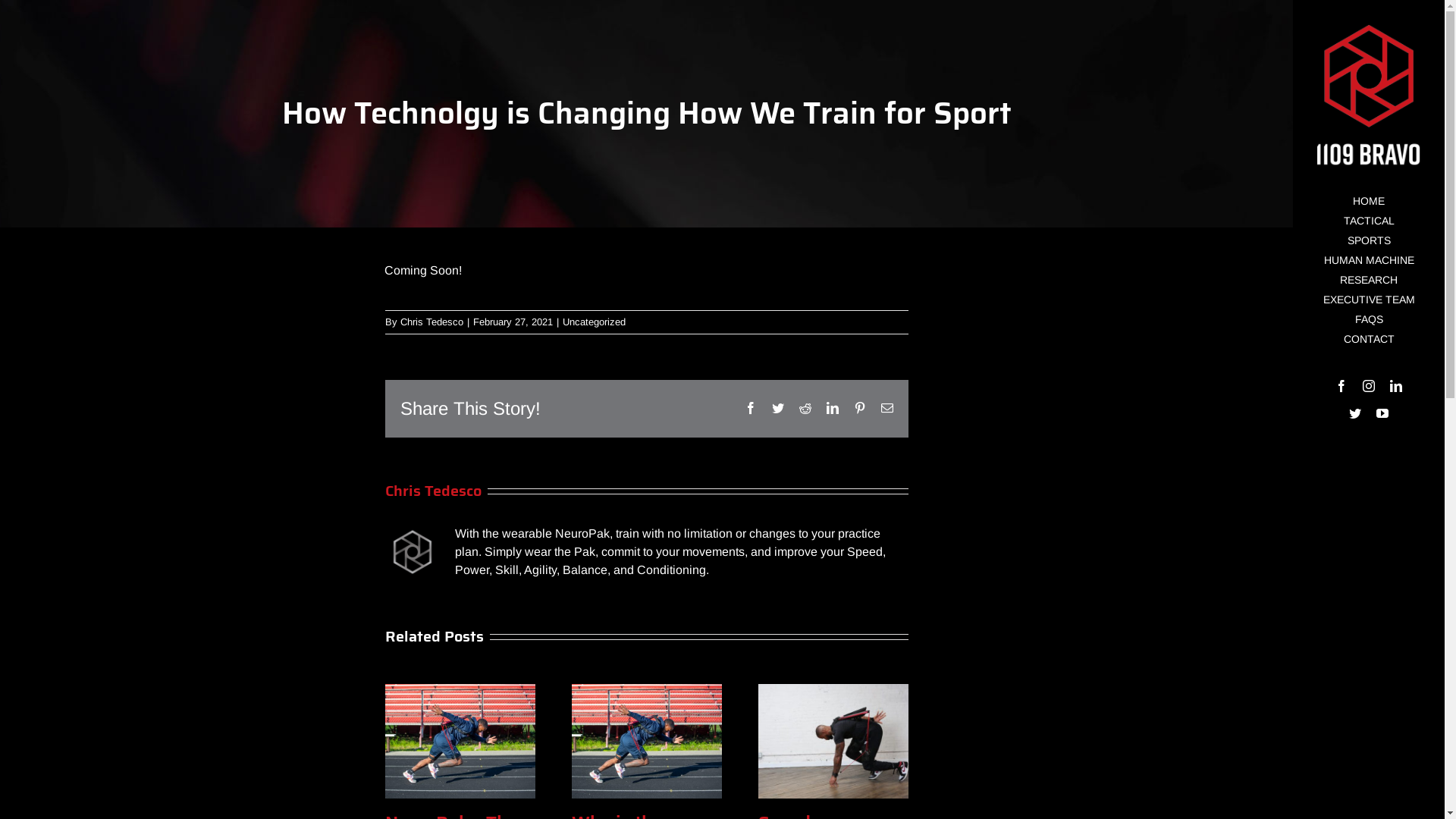  What do you see at coordinates (1368, 338) in the screenshot?
I see `'CONTACT'` at bounding box center [1368, 338].